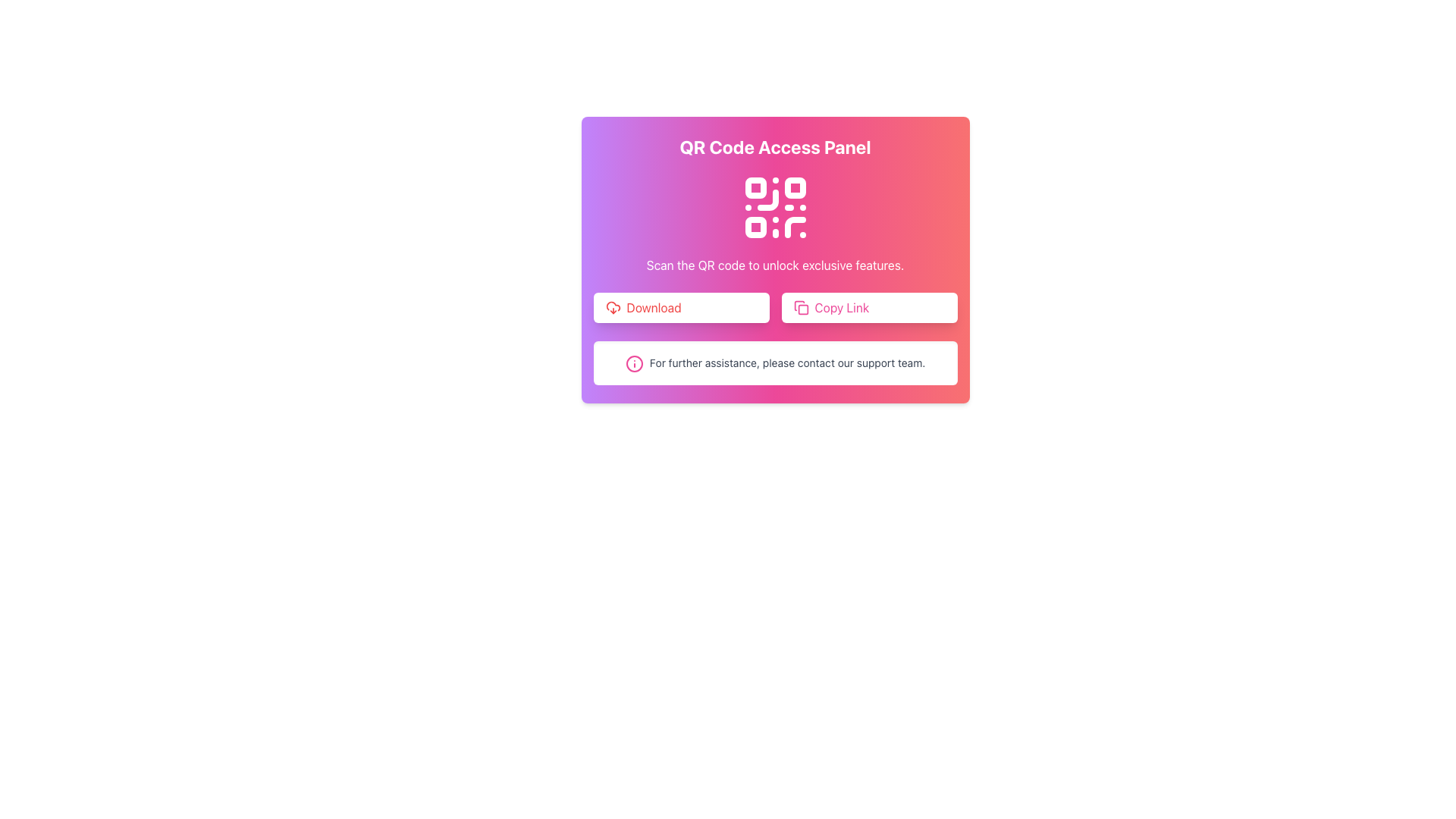 This screenshot has height=819, width=1456. I want to click on the first square-shaped graphical object with rounded corners in the top-left quadrant of the QR code depiction within the modal window, so click(755, 187).